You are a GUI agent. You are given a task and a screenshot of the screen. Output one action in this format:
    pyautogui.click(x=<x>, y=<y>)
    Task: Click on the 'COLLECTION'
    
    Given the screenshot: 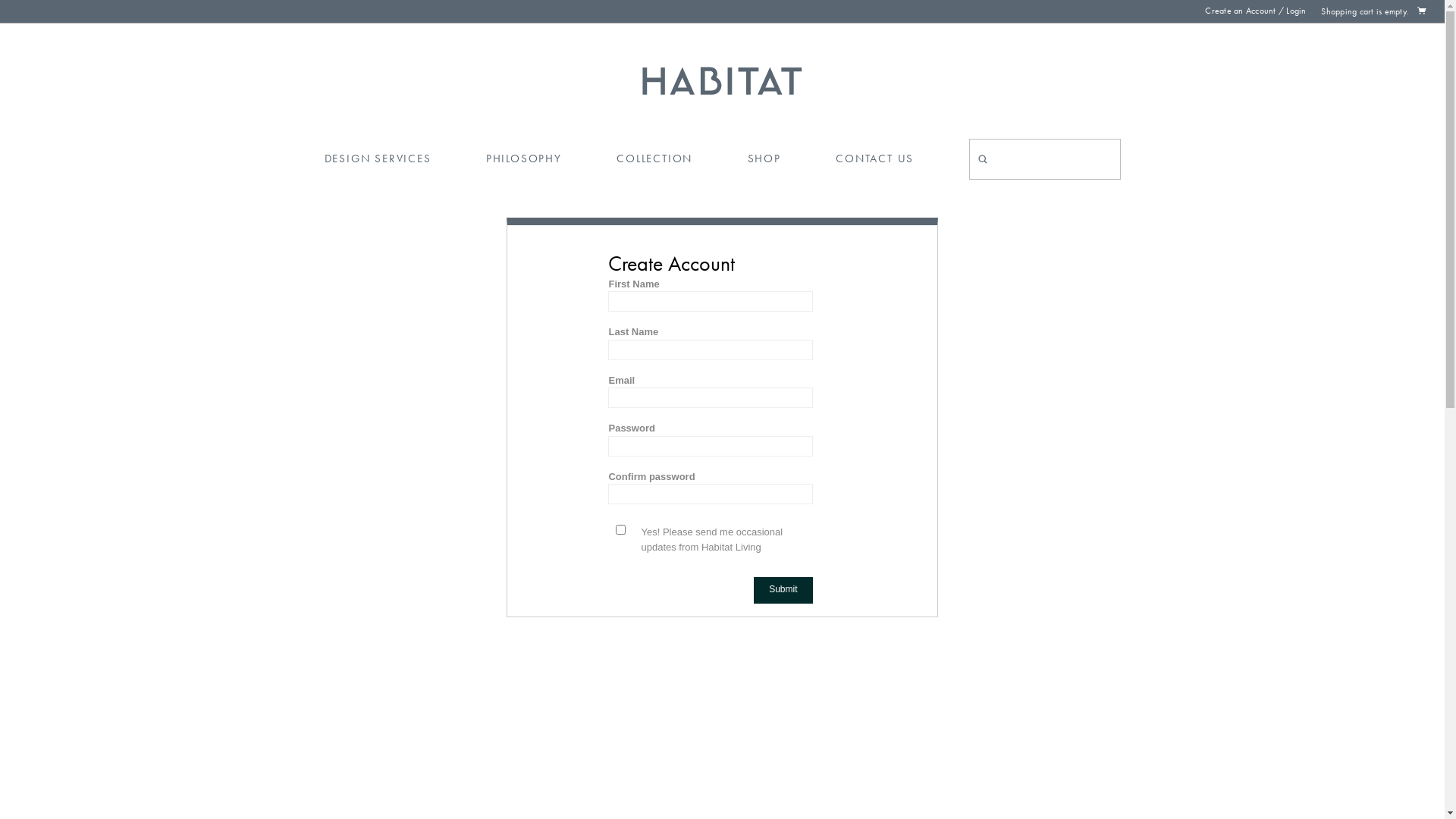 What is the action you would take?
    pyautogui.click(x=654, y=158)
    